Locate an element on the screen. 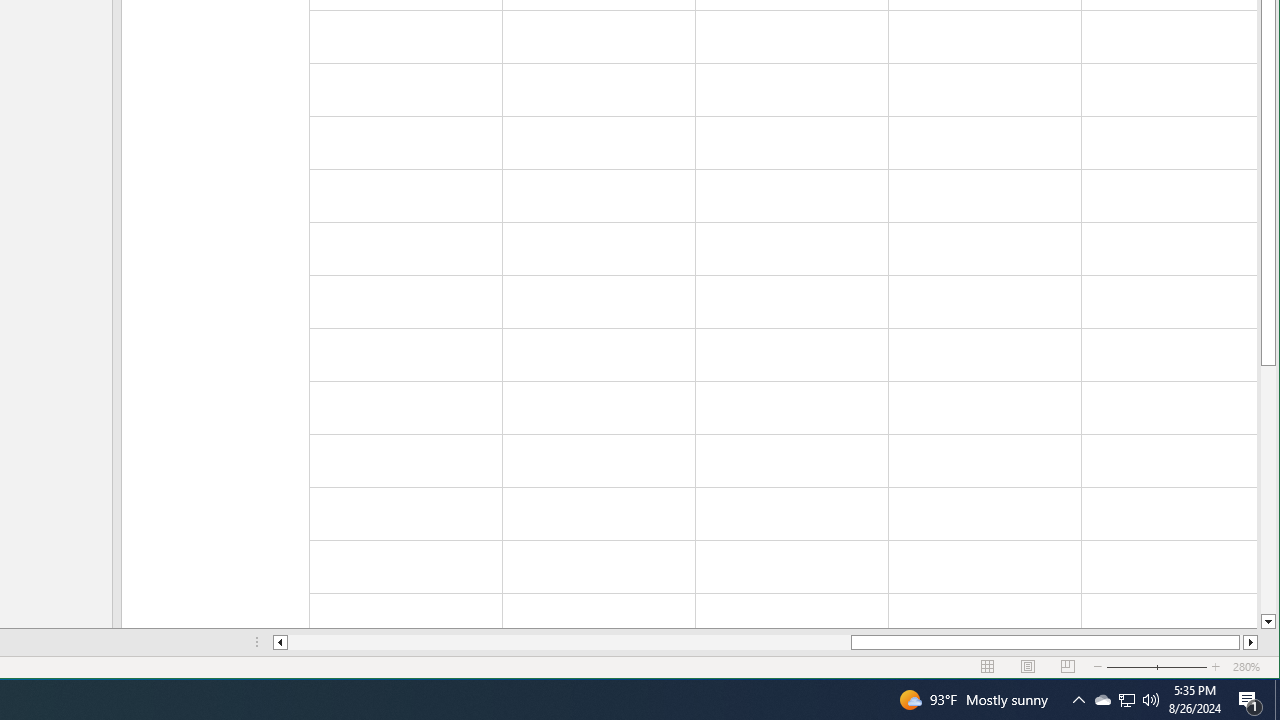 This screenshot has height=720, width=1280. 'Normal' is located at coordinates (988, 667).